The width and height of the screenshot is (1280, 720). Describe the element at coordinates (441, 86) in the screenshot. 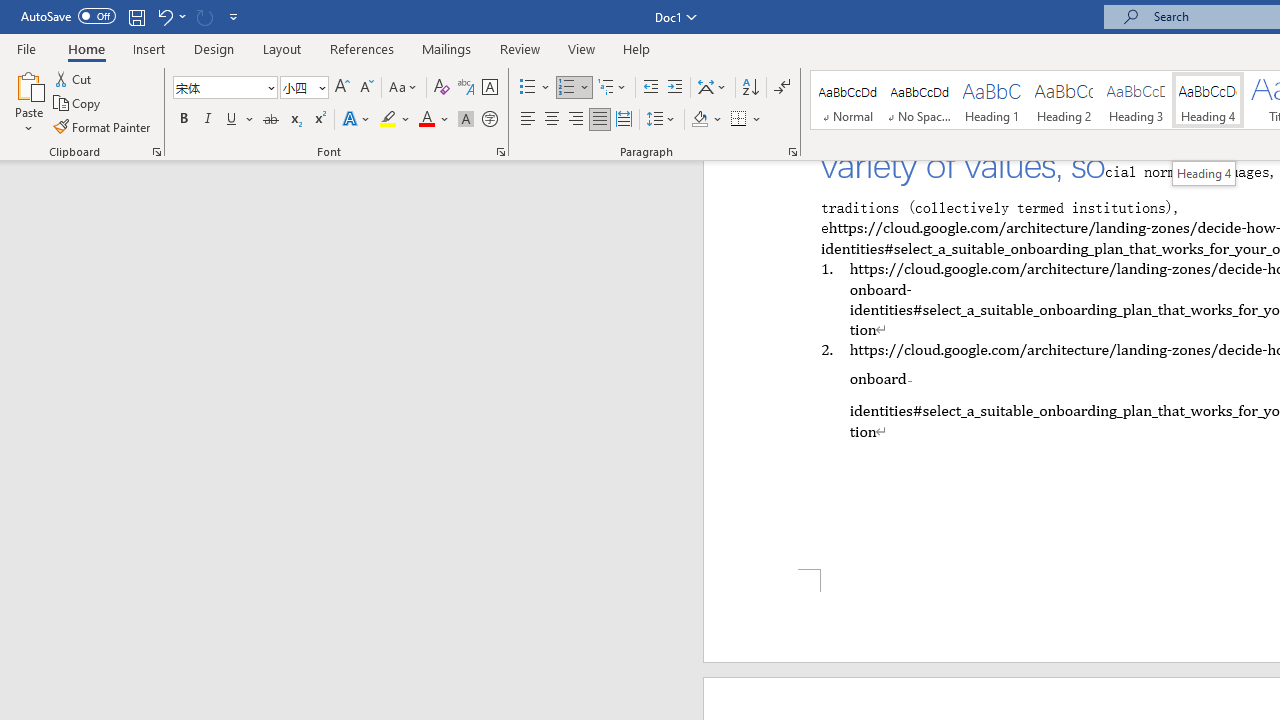

I see `'Clear Formatting'` at that location.